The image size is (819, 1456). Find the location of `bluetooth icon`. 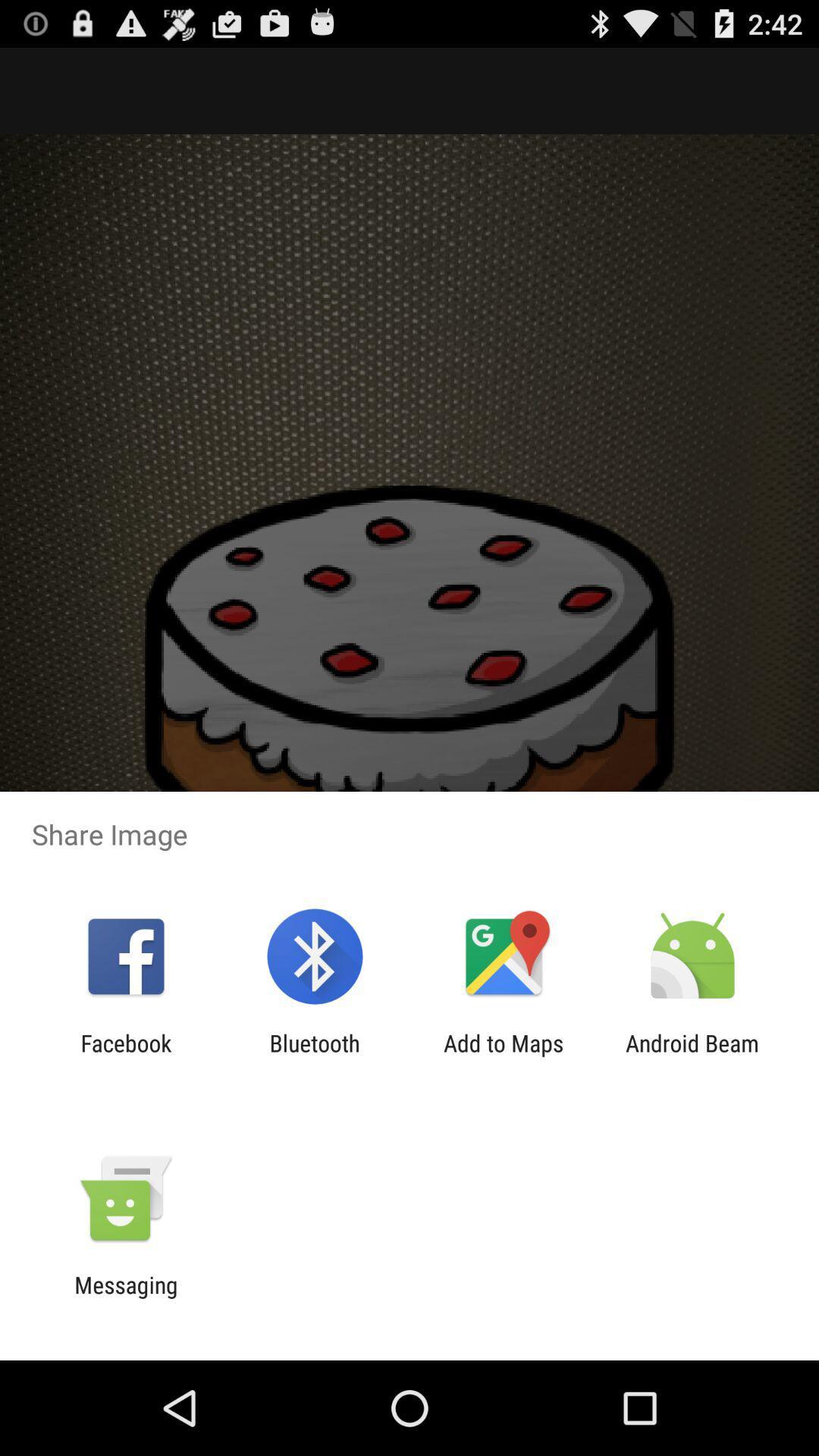

bluetooth icon is located at coordinates (314, 1056).